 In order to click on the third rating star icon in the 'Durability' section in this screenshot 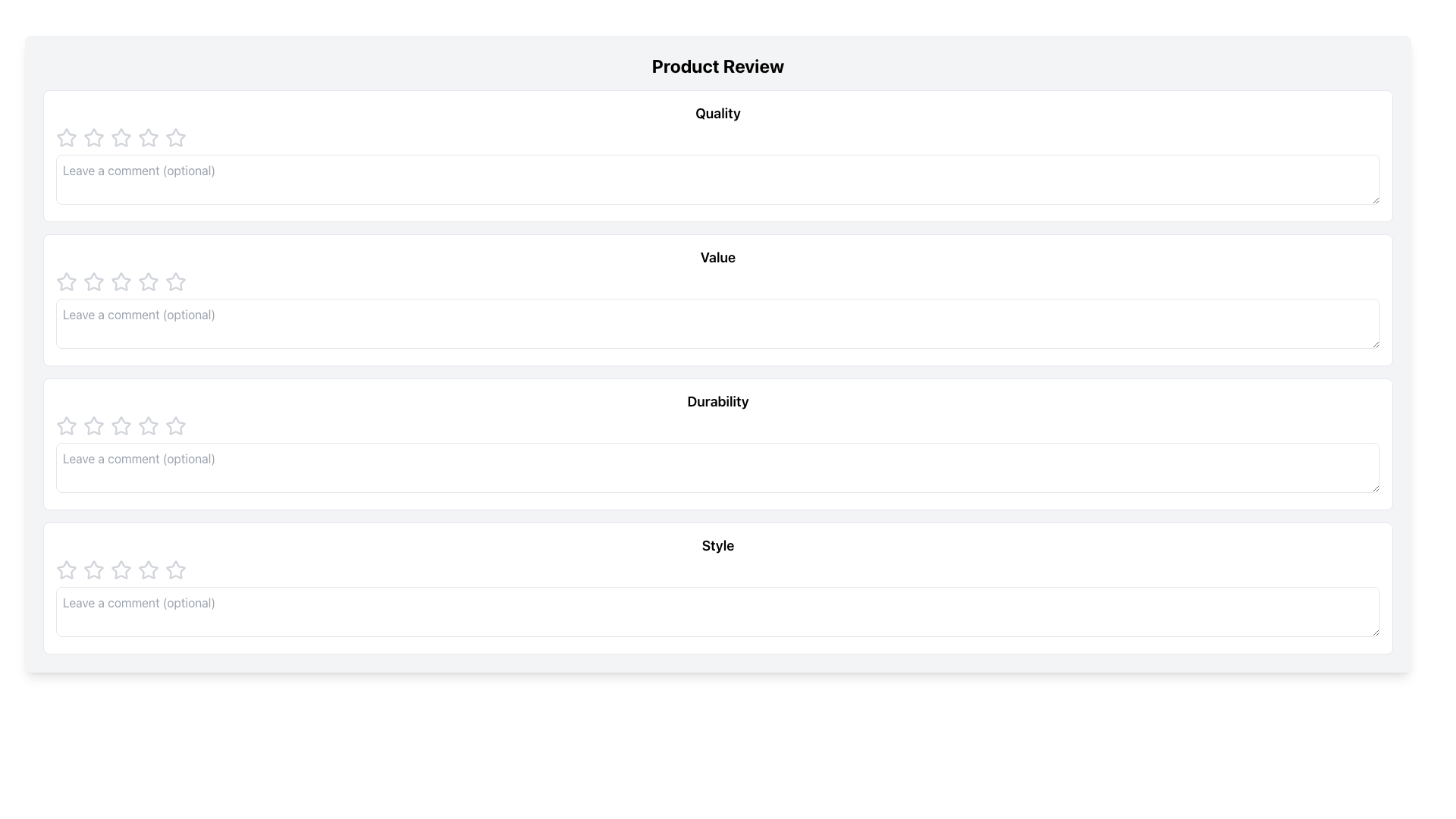, I will do `click(93, 426)`.